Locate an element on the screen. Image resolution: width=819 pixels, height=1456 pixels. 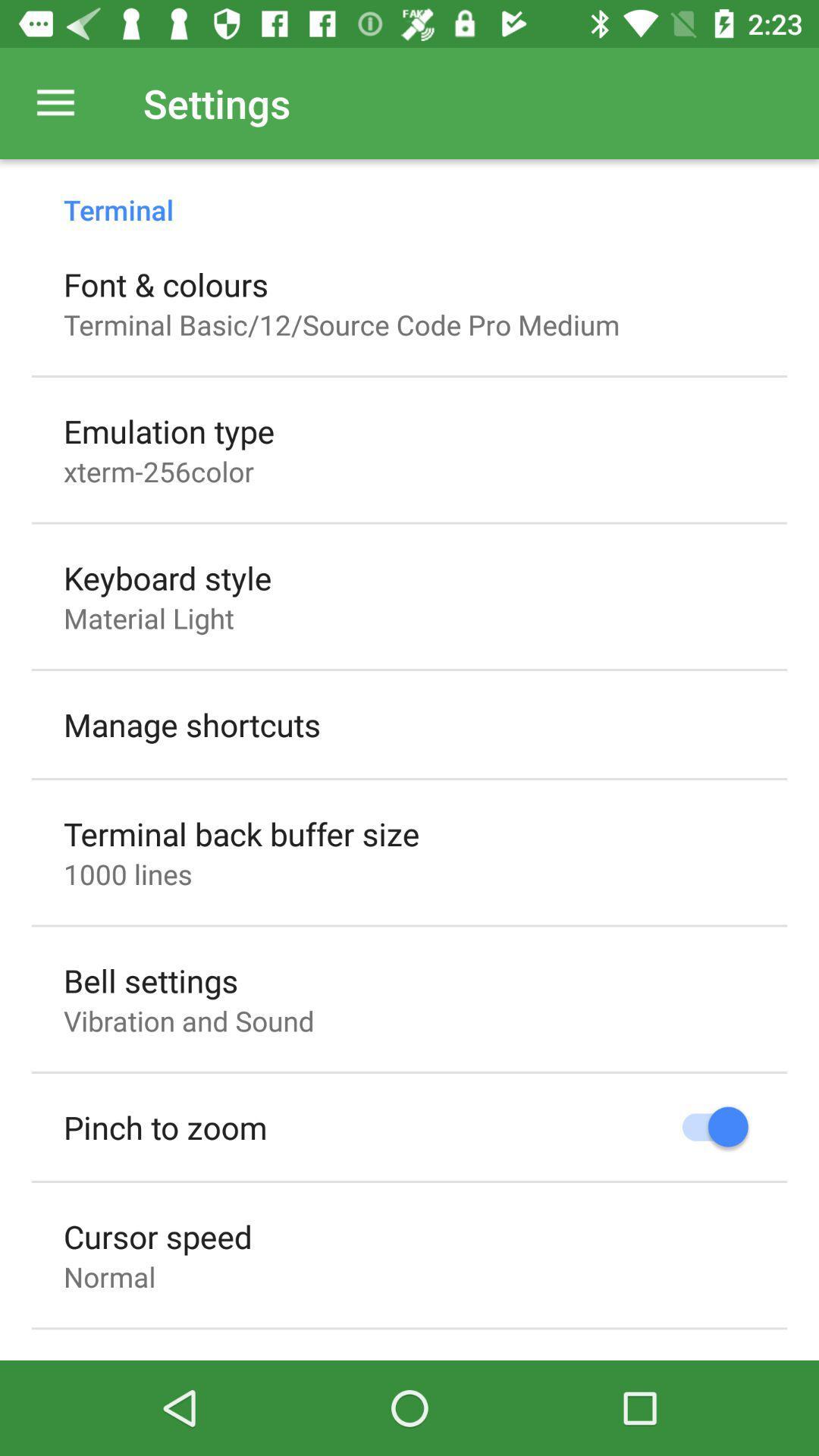
the normal item is located at coordinates (108, 1276).